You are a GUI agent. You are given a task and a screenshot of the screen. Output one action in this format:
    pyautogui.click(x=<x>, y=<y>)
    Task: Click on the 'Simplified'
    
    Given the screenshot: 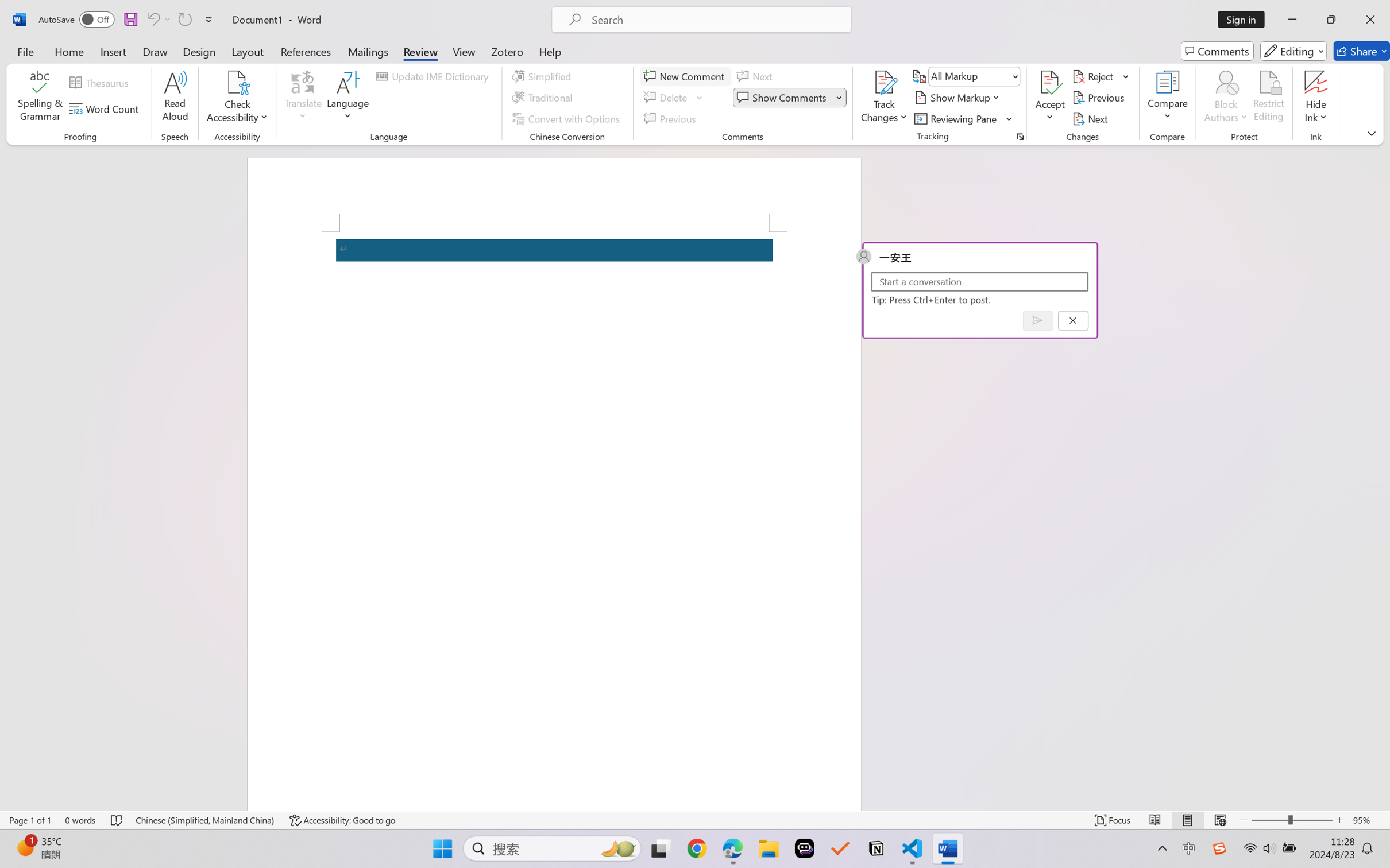 What is the action you would take?
    pyautogui.click(x=542, y=75)
    